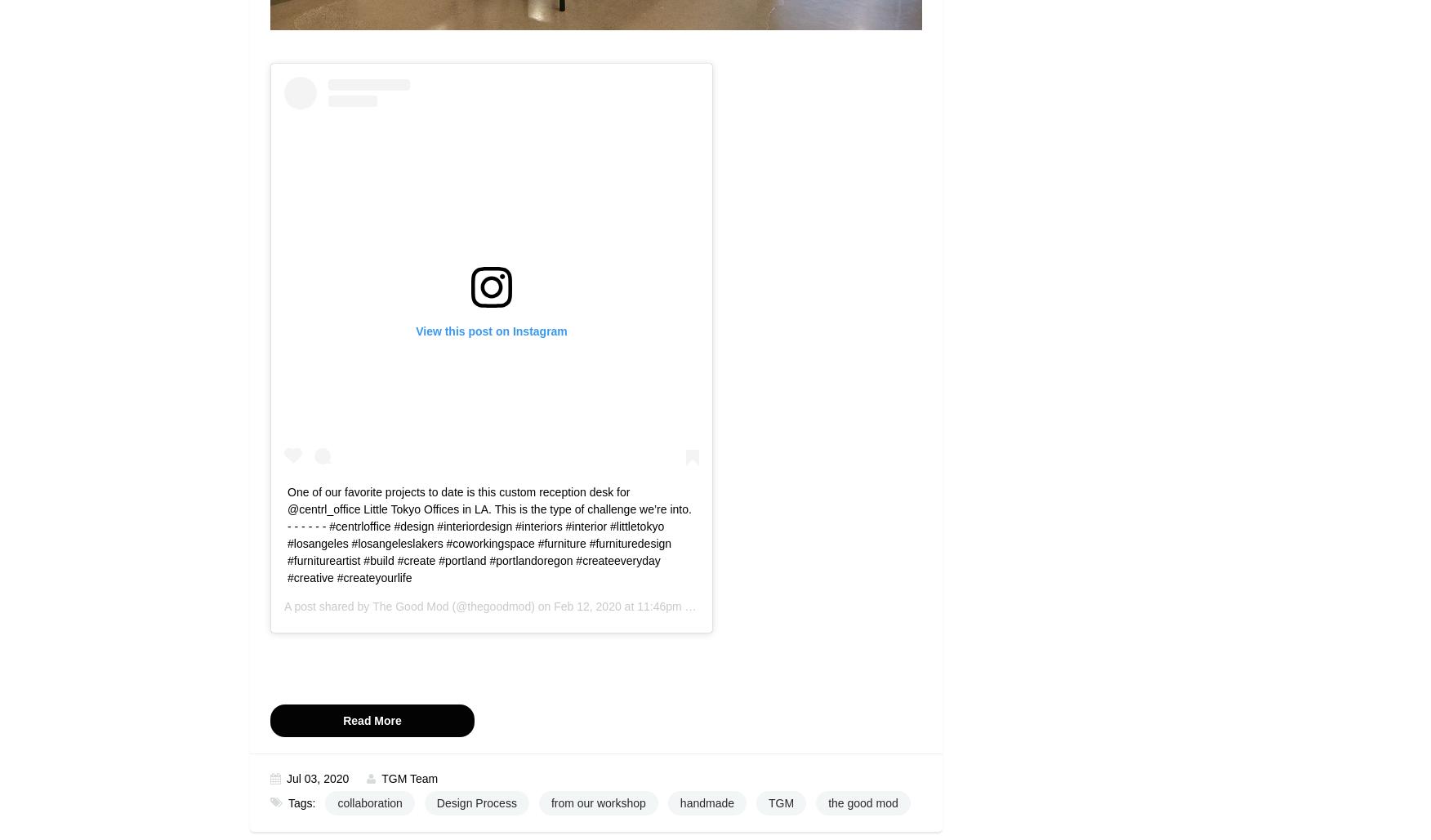 This screenshot has height=840, width=1431. What do you see at coordinates (501, 607) in the screenshot?
I see `'(@thegoodmod) on'` at bounding box center [501, 607].